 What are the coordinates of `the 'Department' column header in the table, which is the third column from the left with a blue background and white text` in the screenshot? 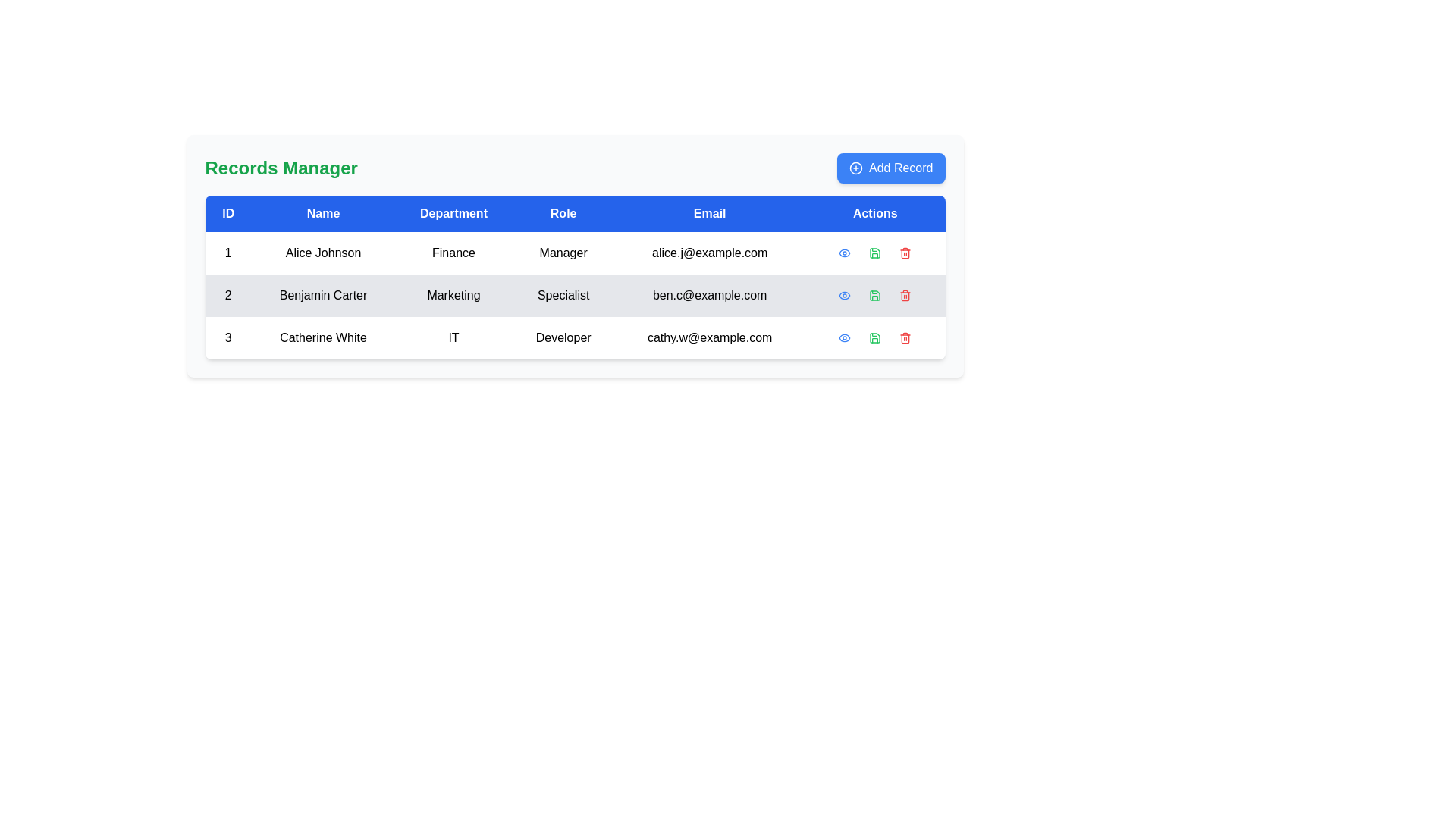 It's located at (453, 213).